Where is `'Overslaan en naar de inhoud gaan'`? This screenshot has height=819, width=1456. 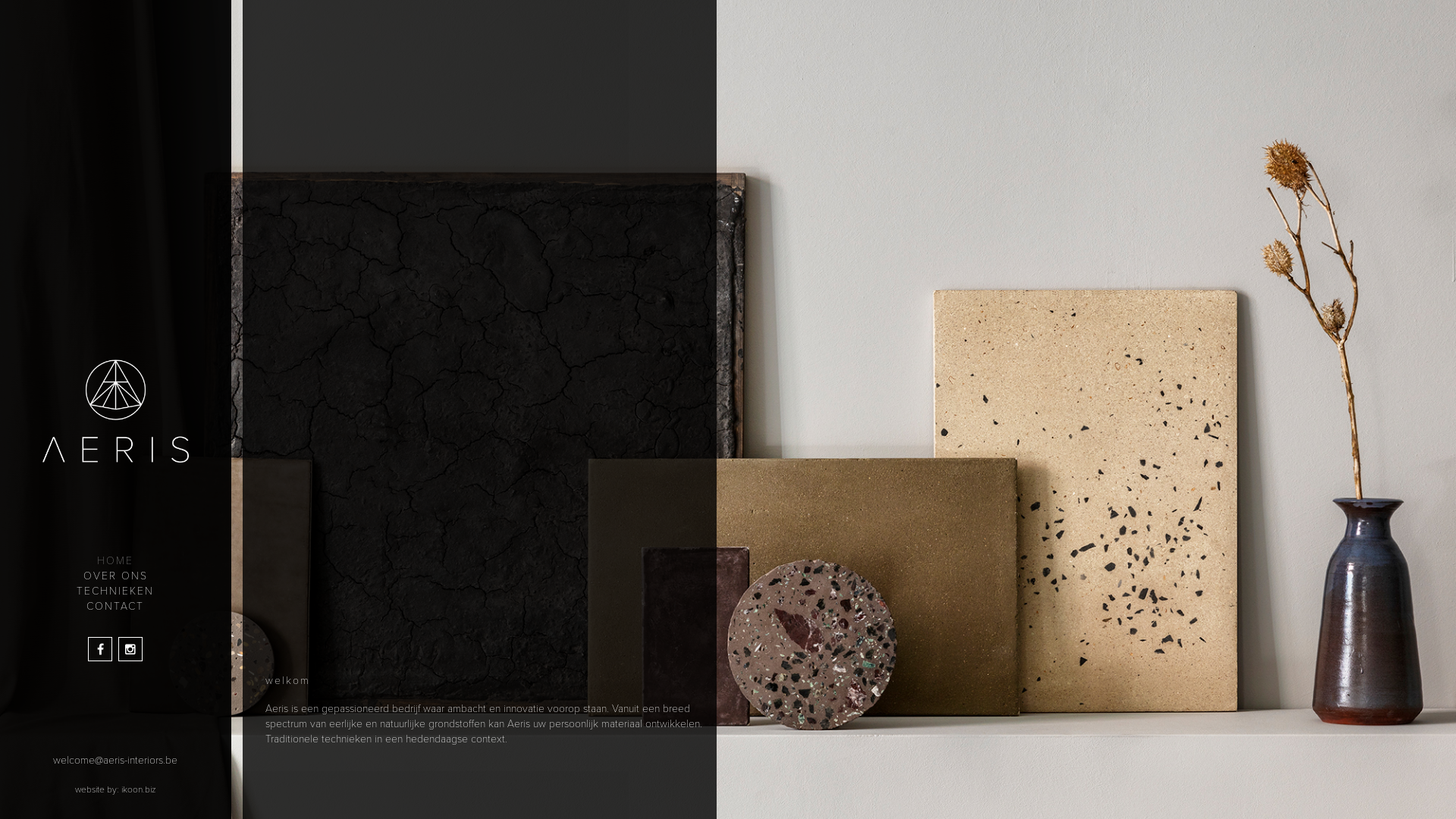
'Overslaan en naar de inhoud gaan' is located at coordinates (0, 0).